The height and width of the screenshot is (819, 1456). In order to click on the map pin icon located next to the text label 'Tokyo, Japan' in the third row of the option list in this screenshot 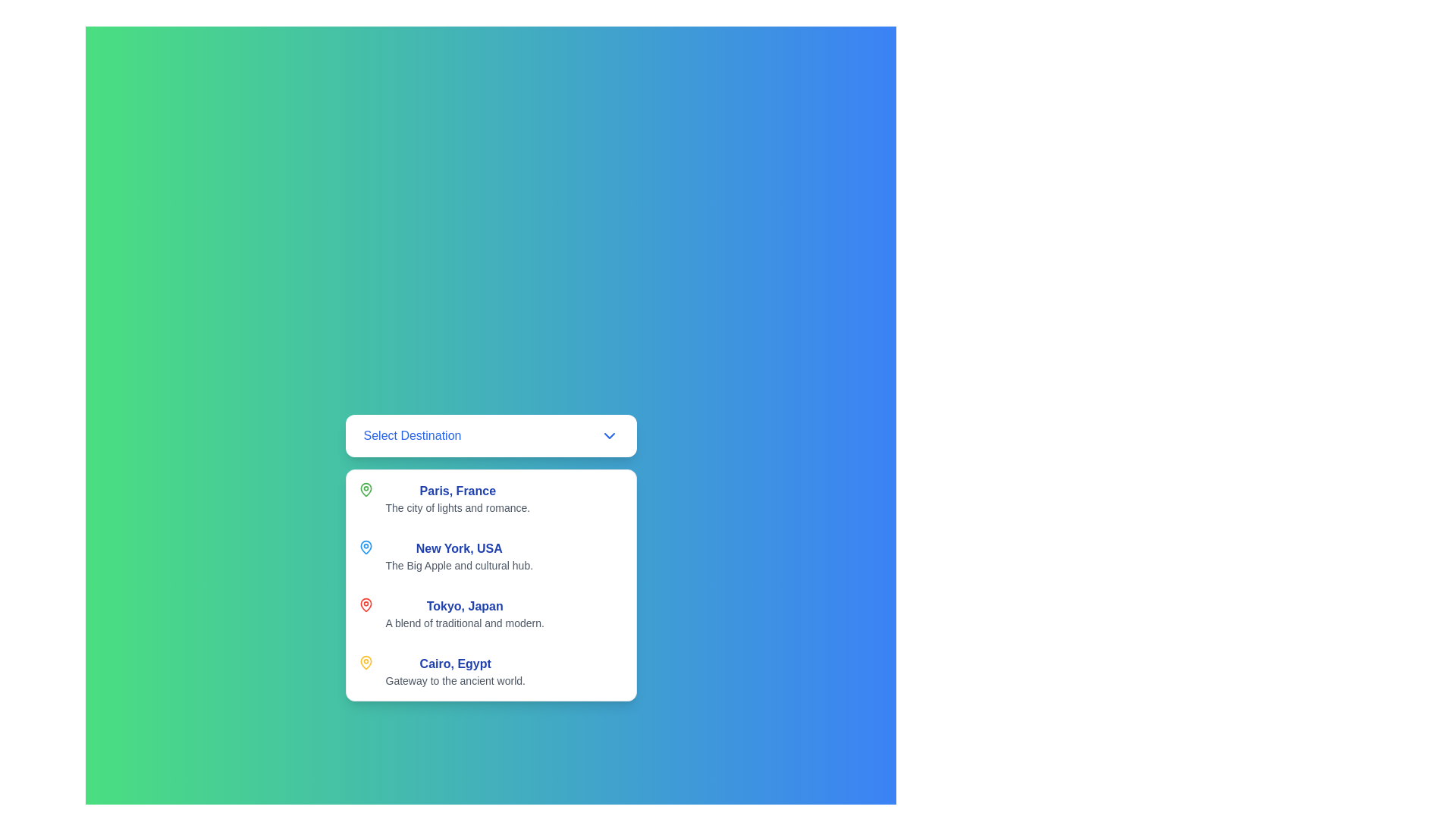, I will do `click(366, 604)`.